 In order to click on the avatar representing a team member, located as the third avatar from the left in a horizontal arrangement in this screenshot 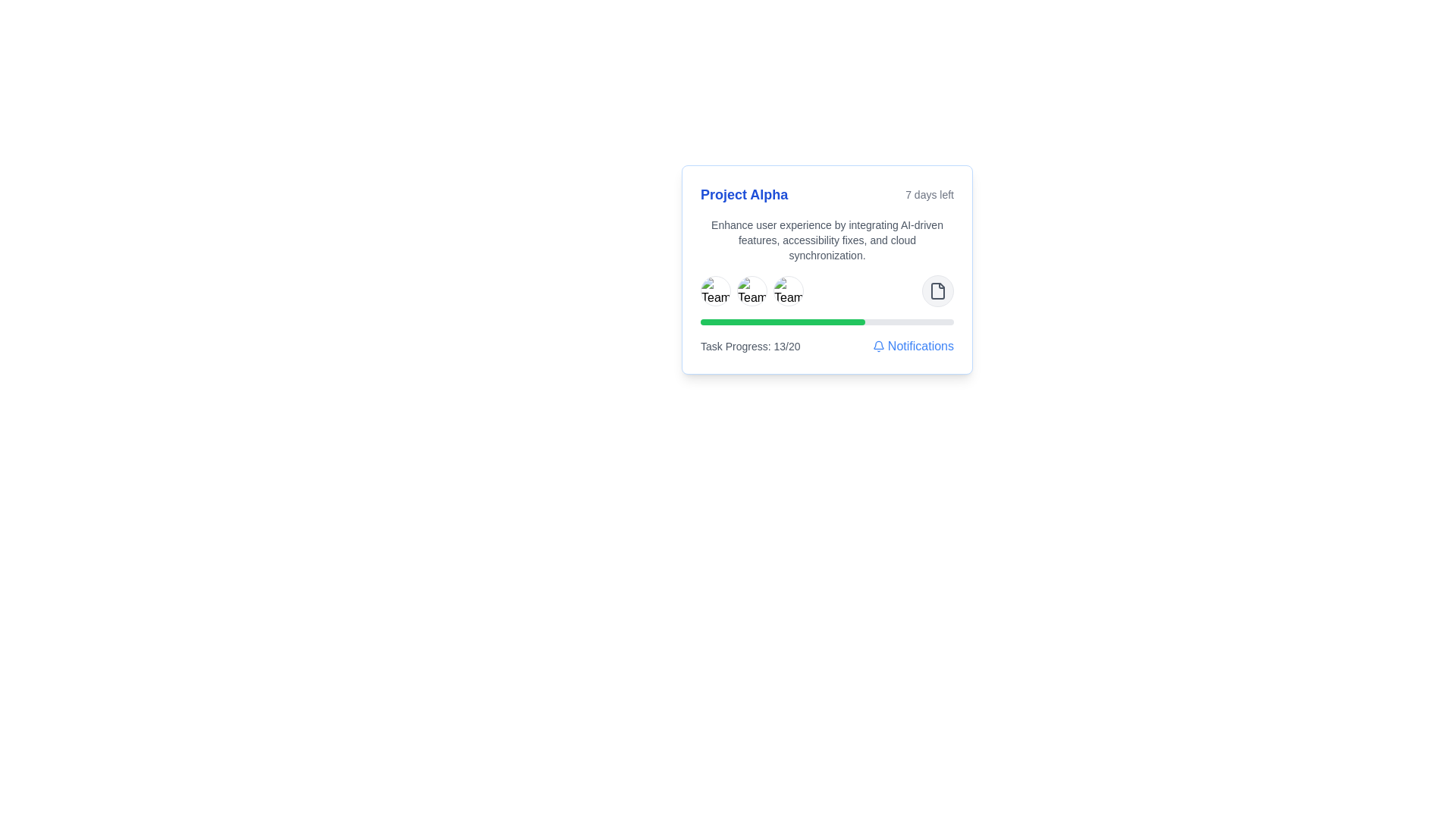, I will do `click(789, 291)`.